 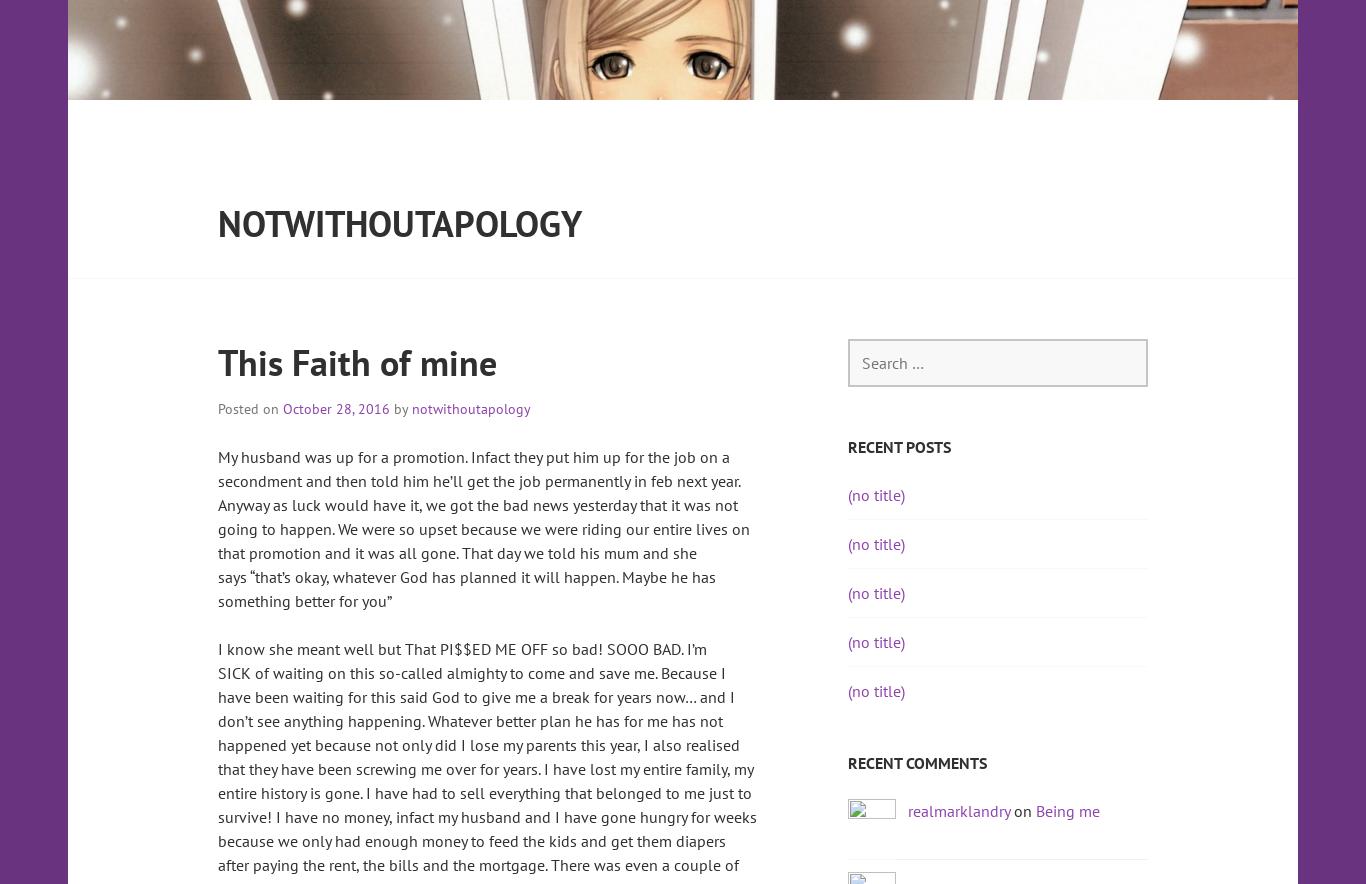 What do you see at coordinates (336, 408) in the screenshot?
I see `'October 28, 2016'` at bounding box center [336, 408].